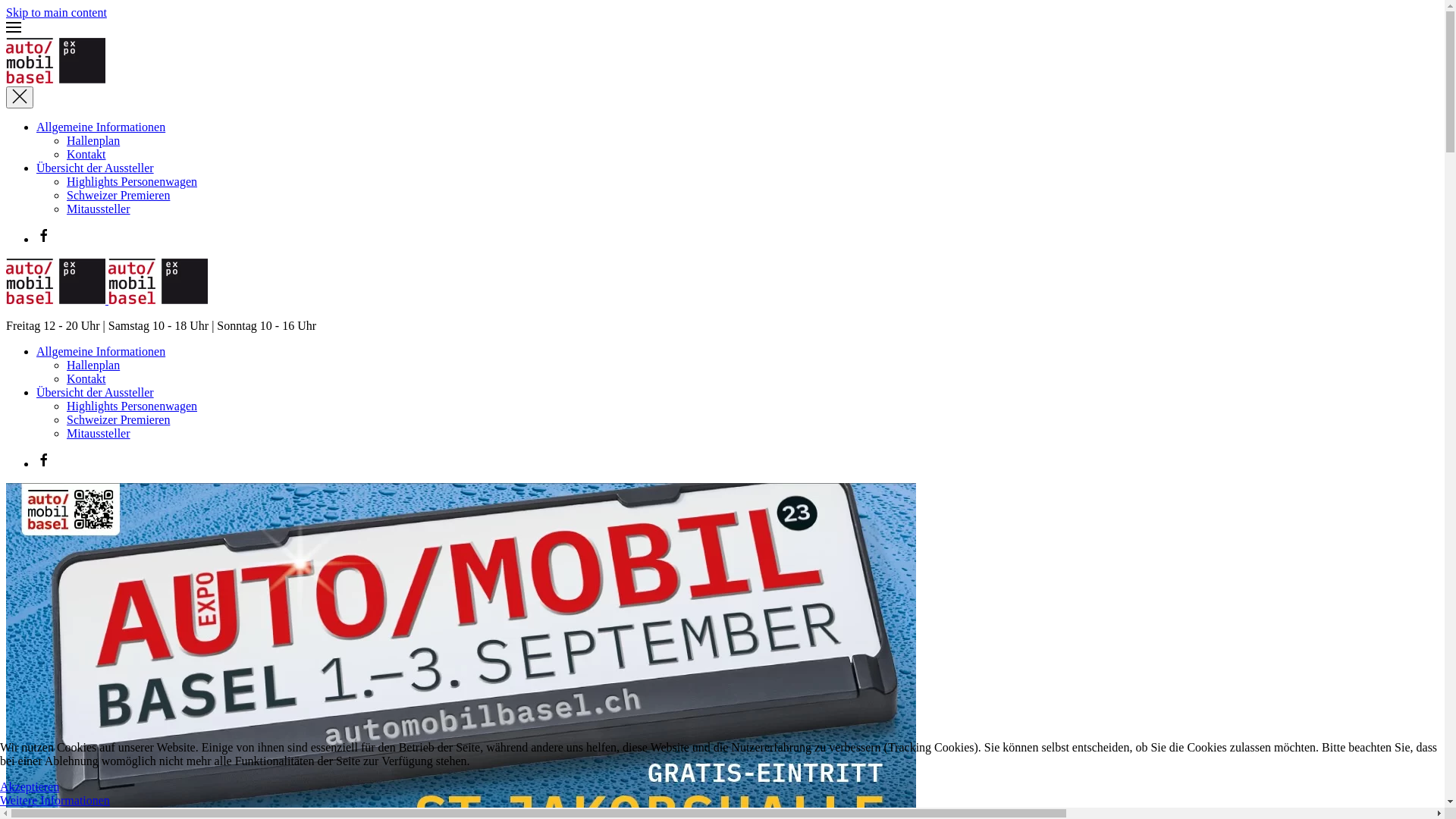  I want to click on 'Akzeptieren', so click(29, 786).